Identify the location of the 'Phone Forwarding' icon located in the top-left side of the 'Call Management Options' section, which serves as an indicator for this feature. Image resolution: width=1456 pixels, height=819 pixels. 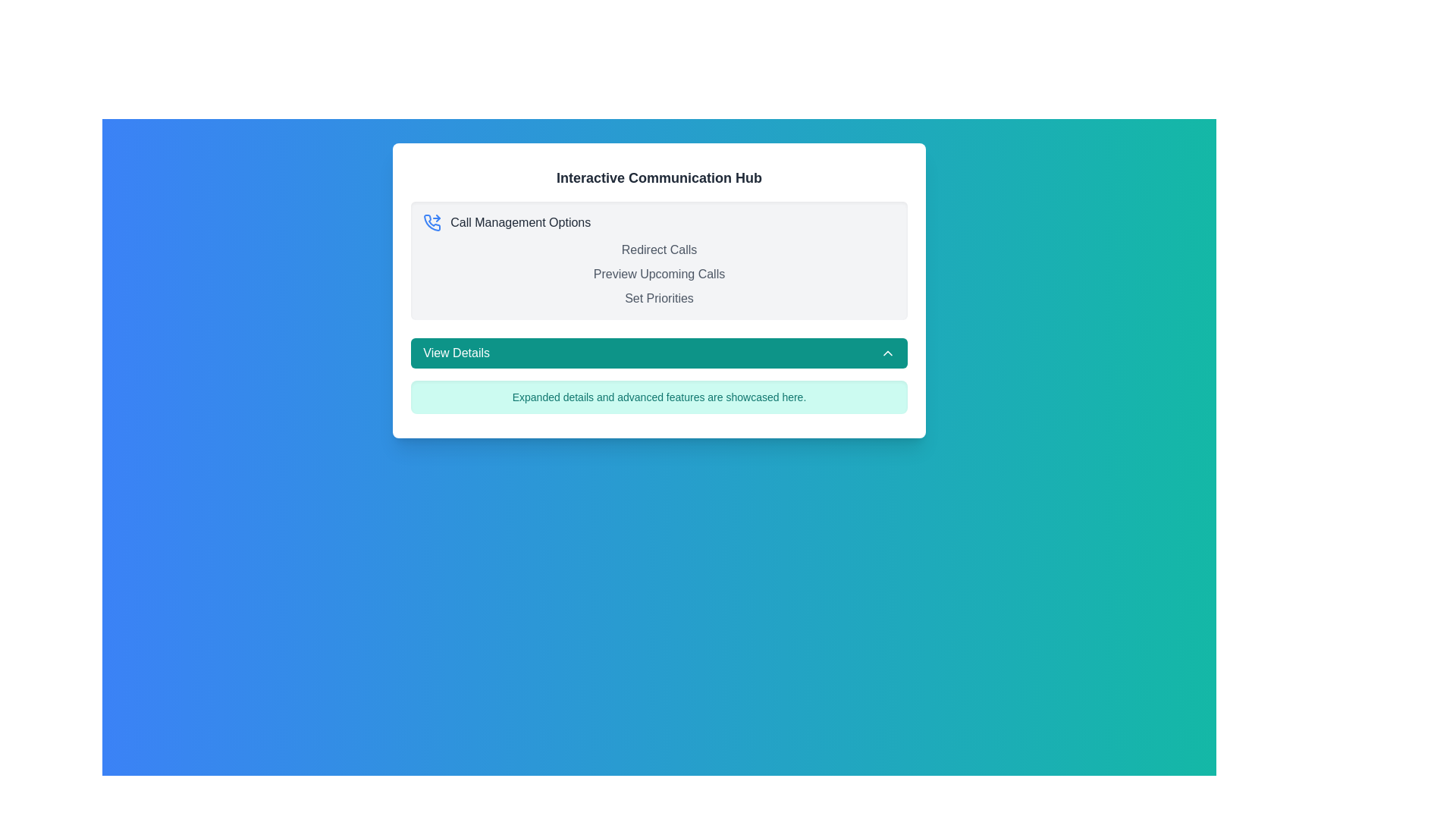
(431, 223).